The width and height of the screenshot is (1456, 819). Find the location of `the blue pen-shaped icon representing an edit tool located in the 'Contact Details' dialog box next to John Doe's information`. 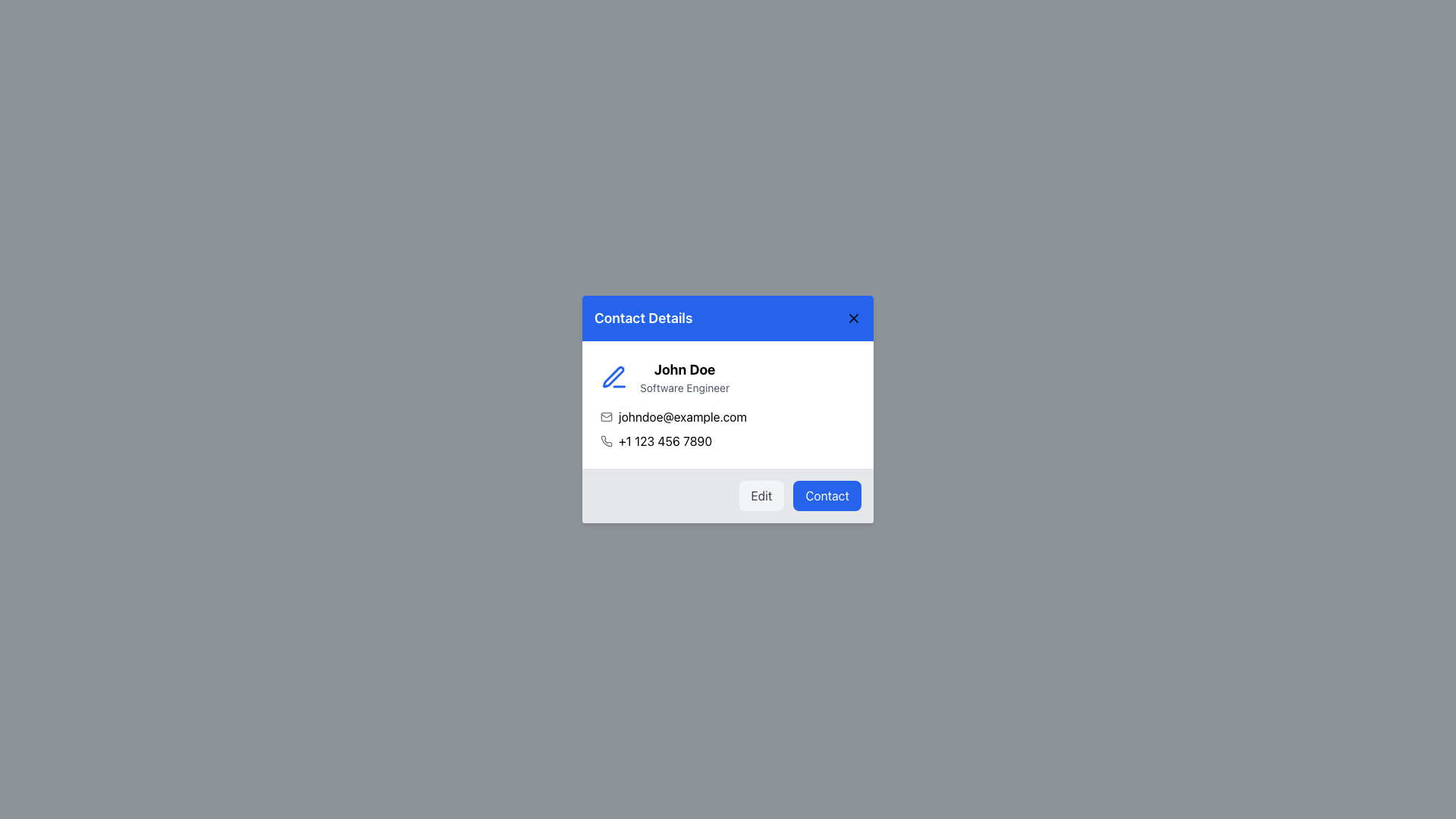

the blue pen-shaped icon representing an edit tool located in the 'Contact Details' dialog box next to John Doe's information is located at coordinates (613, 376).